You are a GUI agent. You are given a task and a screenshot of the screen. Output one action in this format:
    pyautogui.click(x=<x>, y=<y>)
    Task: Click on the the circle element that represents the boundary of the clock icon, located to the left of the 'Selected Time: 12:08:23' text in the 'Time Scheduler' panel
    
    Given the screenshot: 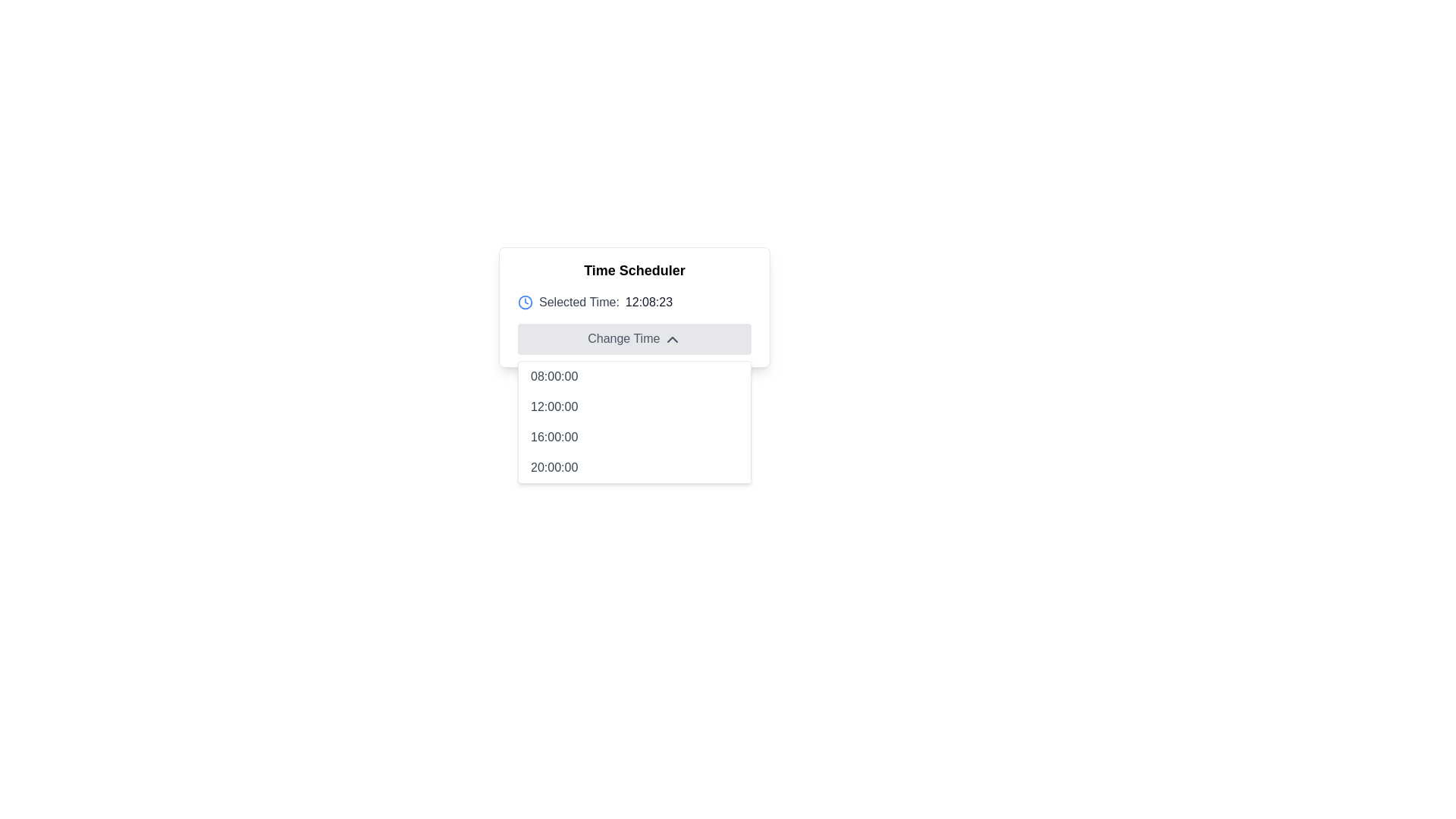 What is the action you would take?
    pyautogui.click(x=525, y=302)
    